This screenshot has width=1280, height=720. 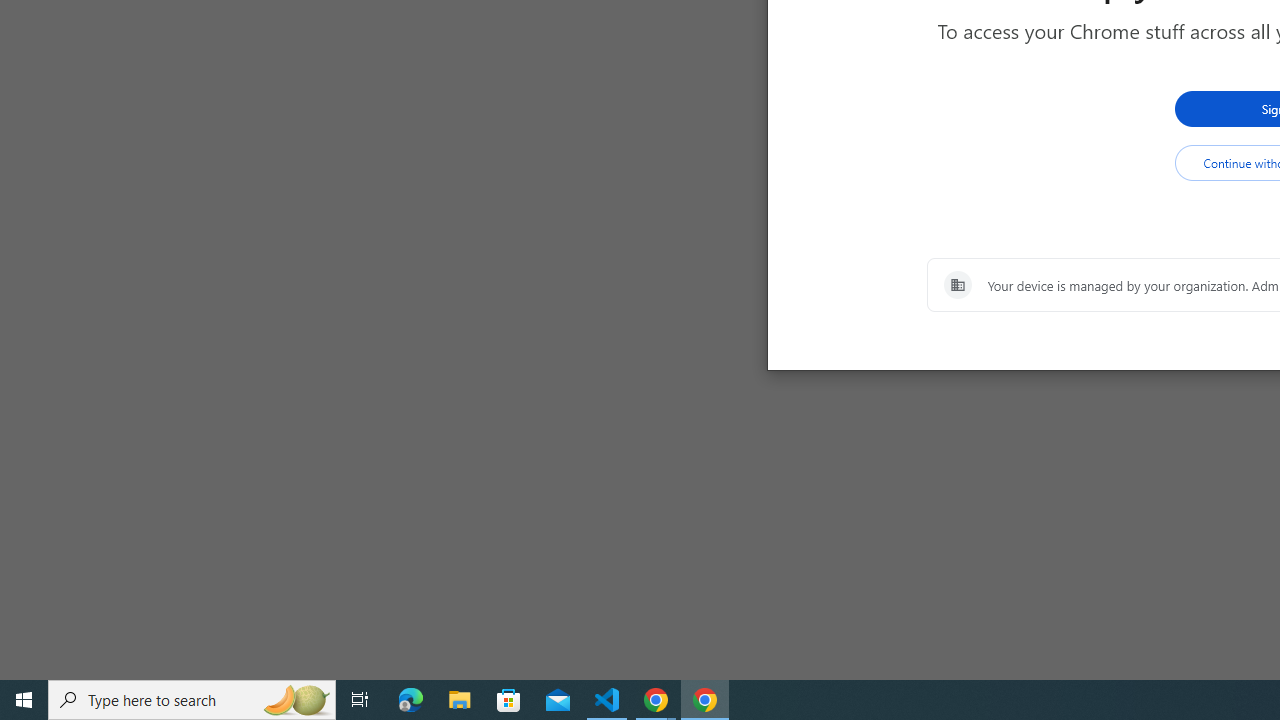 I want to click on 'Microsoft Edge', so click(x=410, y=698).